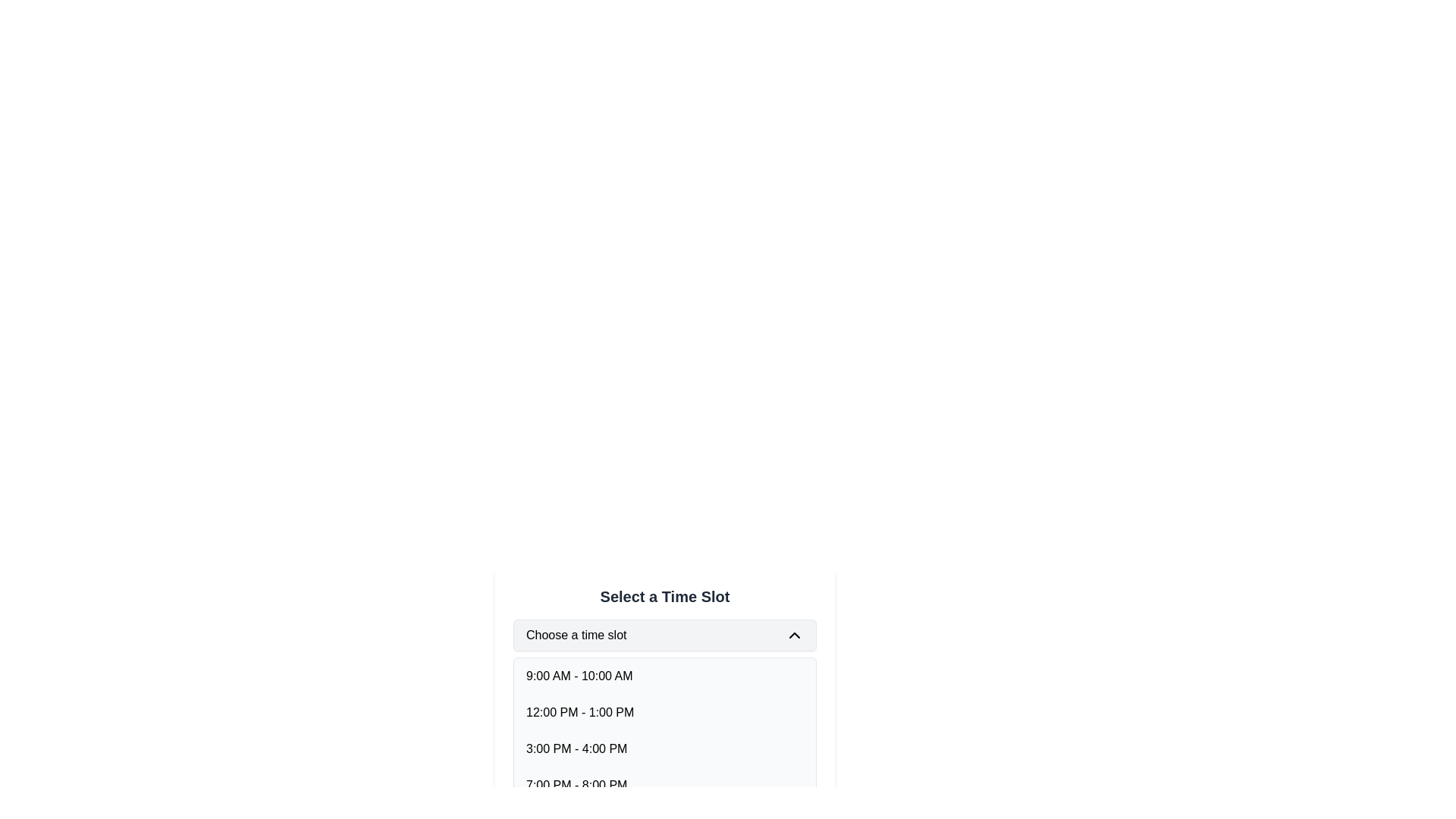  What do you see at coordinates (665, 667) in the screenshot?
I see `the dropdown element for selecting time slots` at bounding box center [665, 667].